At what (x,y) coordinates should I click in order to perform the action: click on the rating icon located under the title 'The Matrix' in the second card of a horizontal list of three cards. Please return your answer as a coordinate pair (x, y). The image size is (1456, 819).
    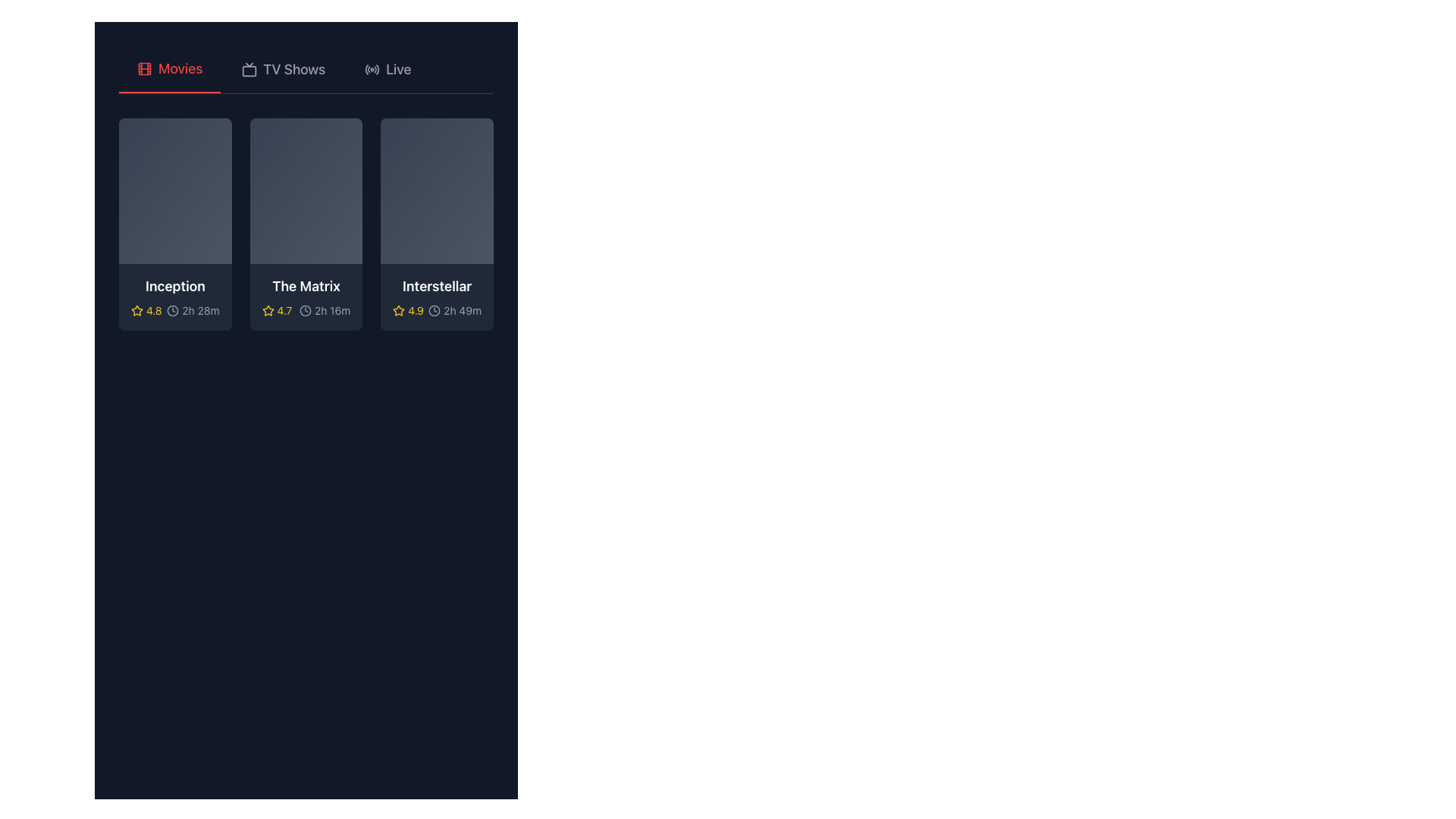
    Looking at the image, I should click on (268, 309).